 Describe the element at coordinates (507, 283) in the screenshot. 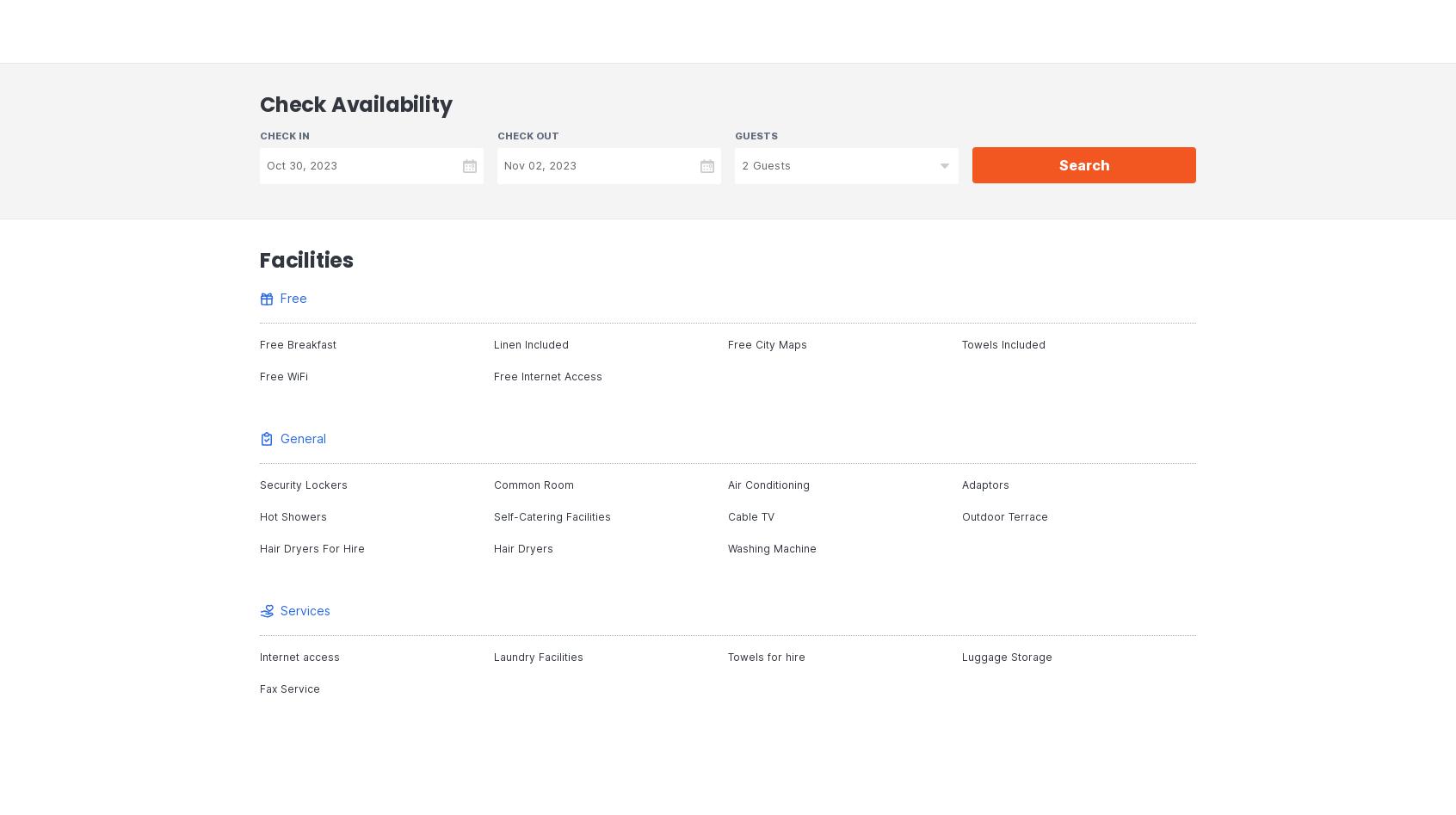

I see `'-7 days prior to arrival:  No cancellation fee'` at that location.